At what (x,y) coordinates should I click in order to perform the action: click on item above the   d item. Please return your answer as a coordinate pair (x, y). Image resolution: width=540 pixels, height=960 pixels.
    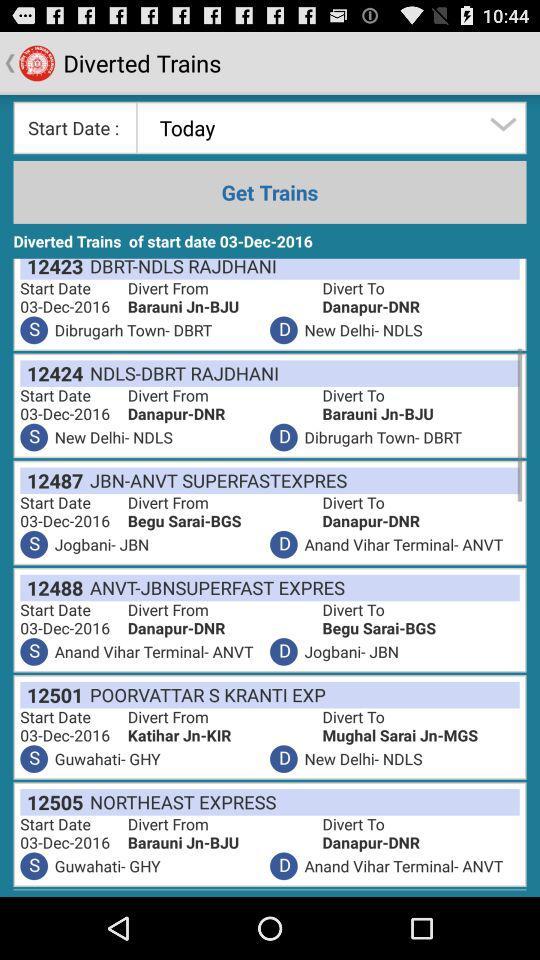
    Looking at the image, I should click on (222, 734).